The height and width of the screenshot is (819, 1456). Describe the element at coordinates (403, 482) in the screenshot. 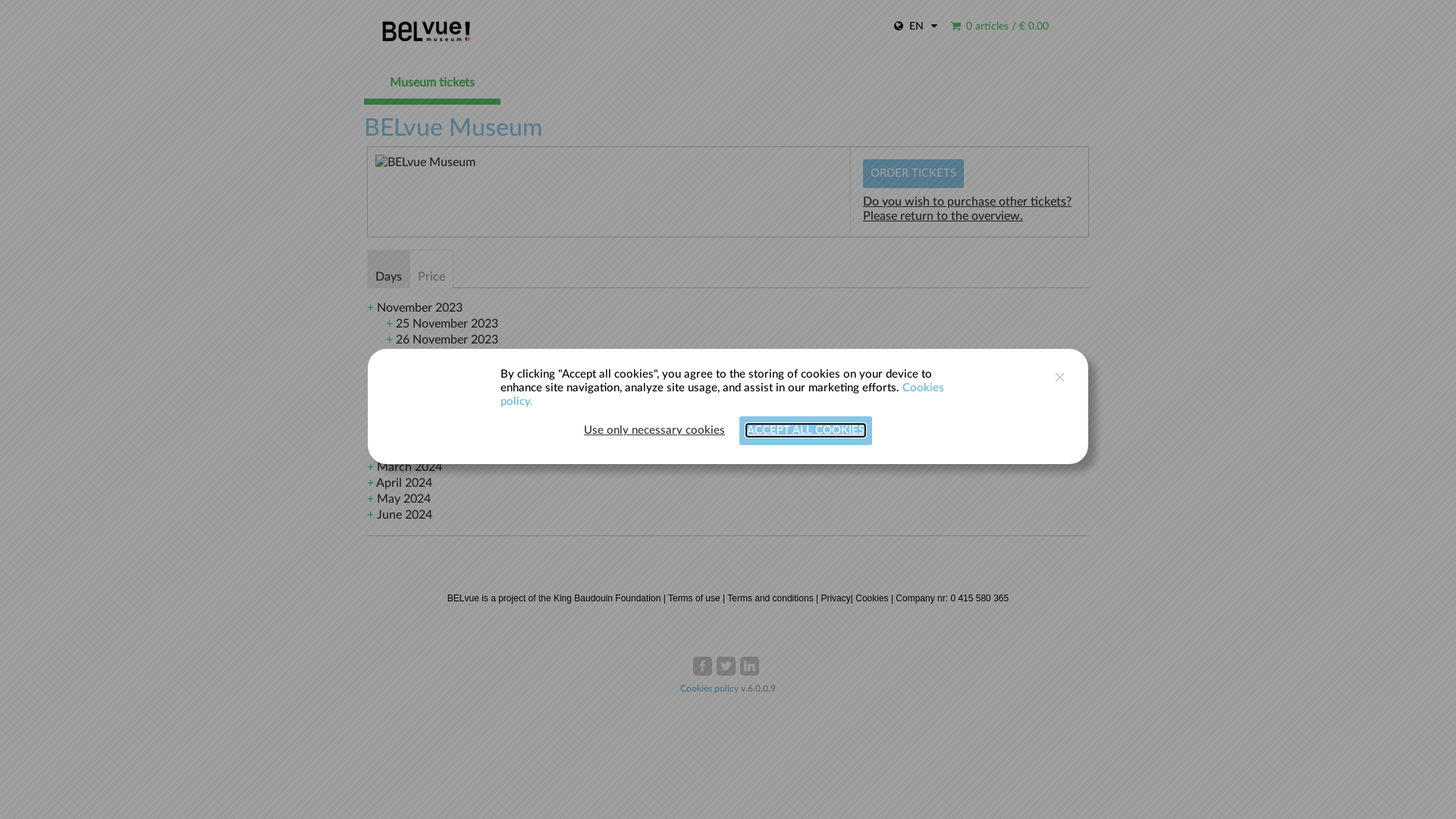

I see `'April 2024'` at that location.